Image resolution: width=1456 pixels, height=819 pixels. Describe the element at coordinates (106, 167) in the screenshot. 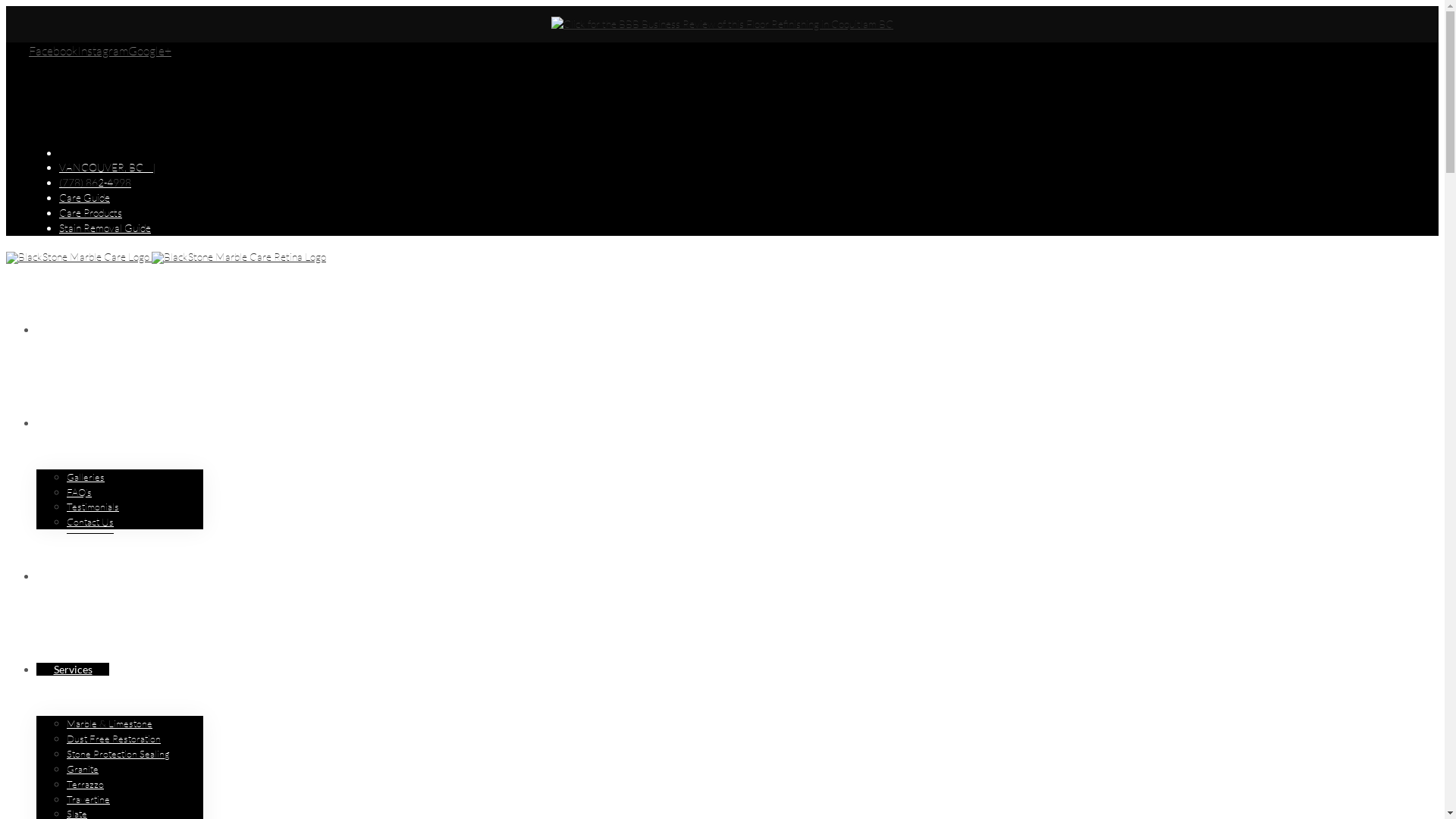

I see `'VANCOUVER, BC    |'` at that location.